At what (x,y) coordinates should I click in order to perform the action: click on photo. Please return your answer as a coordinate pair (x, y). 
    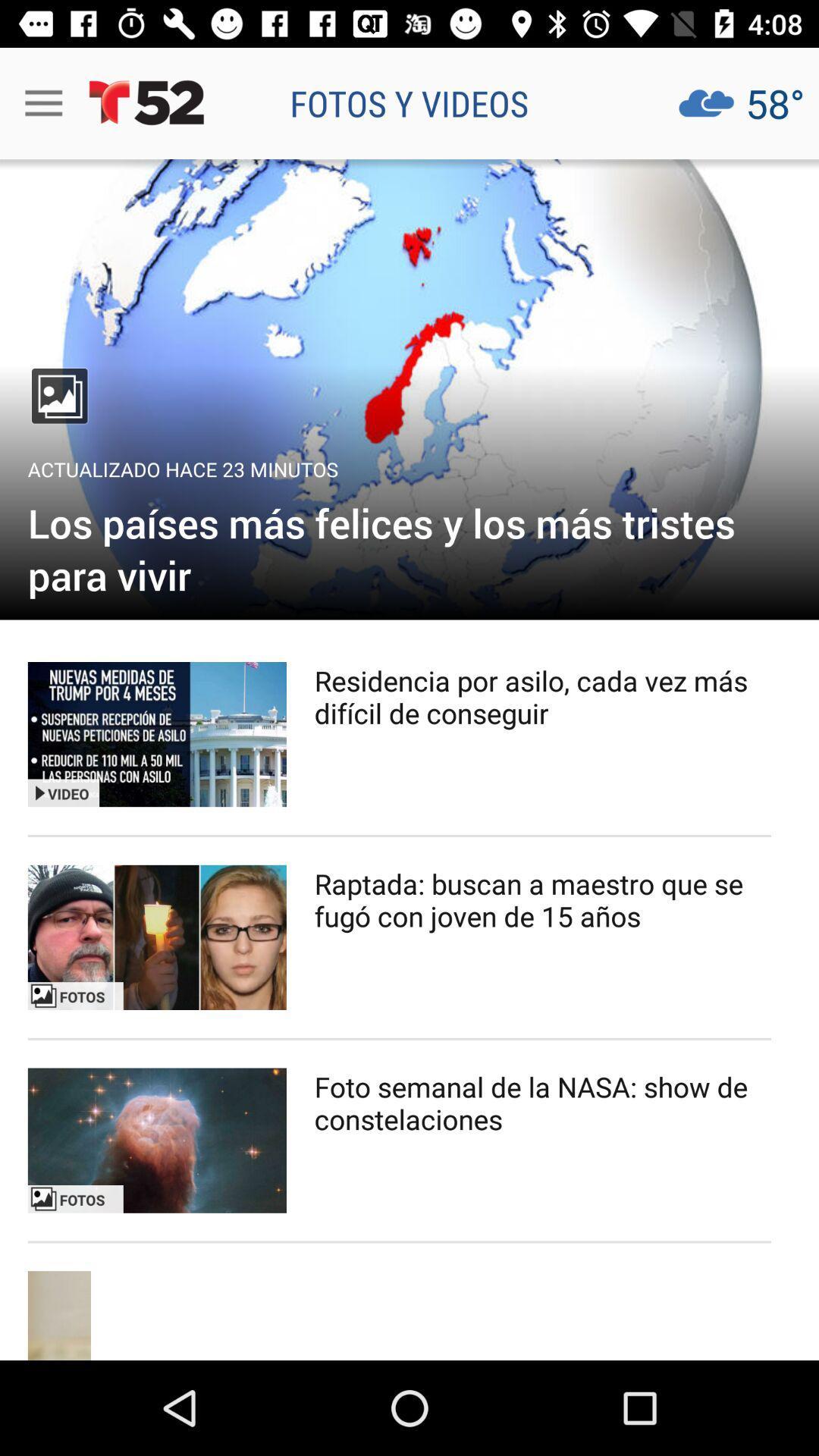
    Looking at the image, I should click on (157, 1141).